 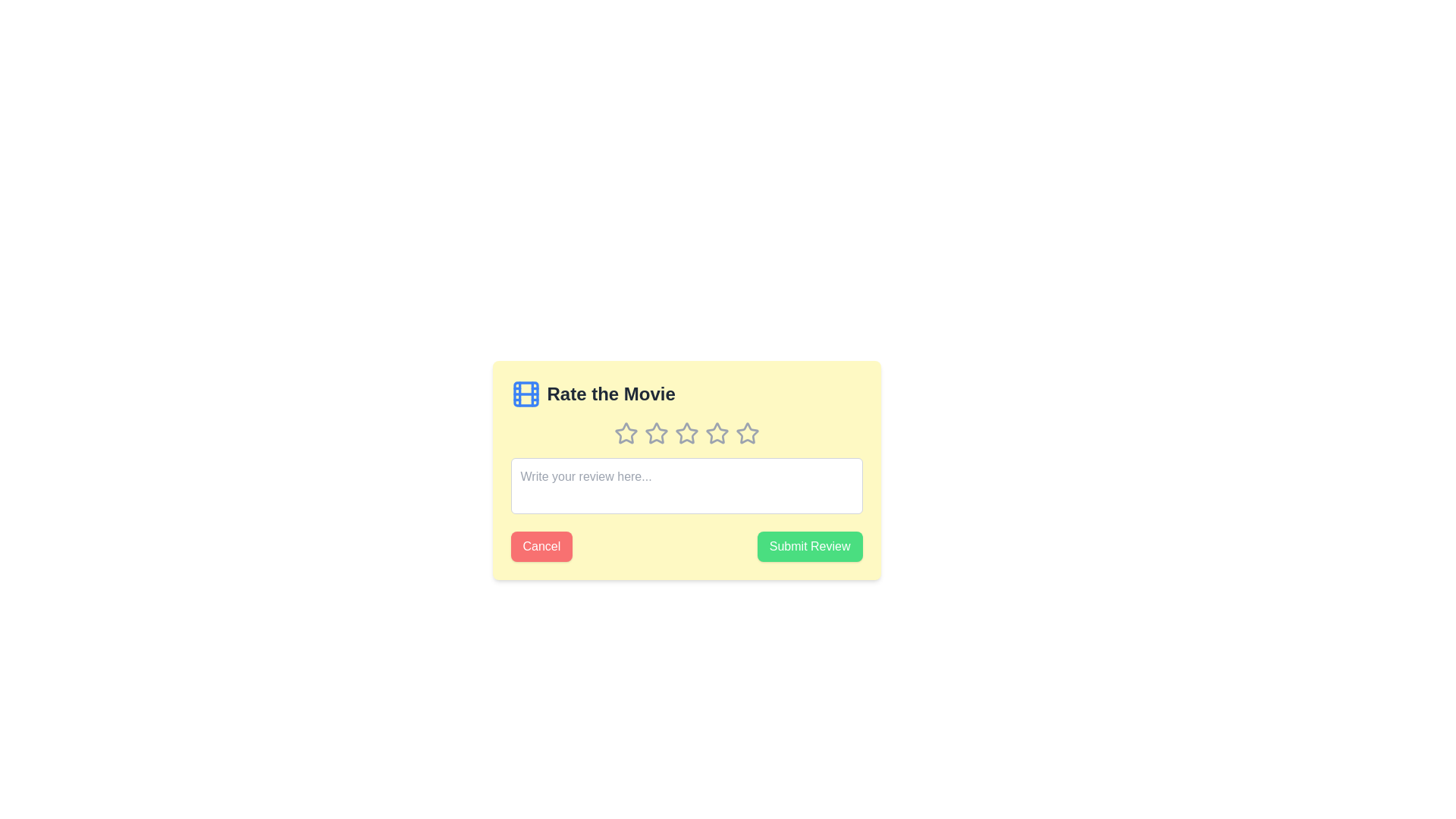 What do you see at coordinates (686, 433) in the screenshot?
I see `the second star icon` at bounding box center [686, 433].